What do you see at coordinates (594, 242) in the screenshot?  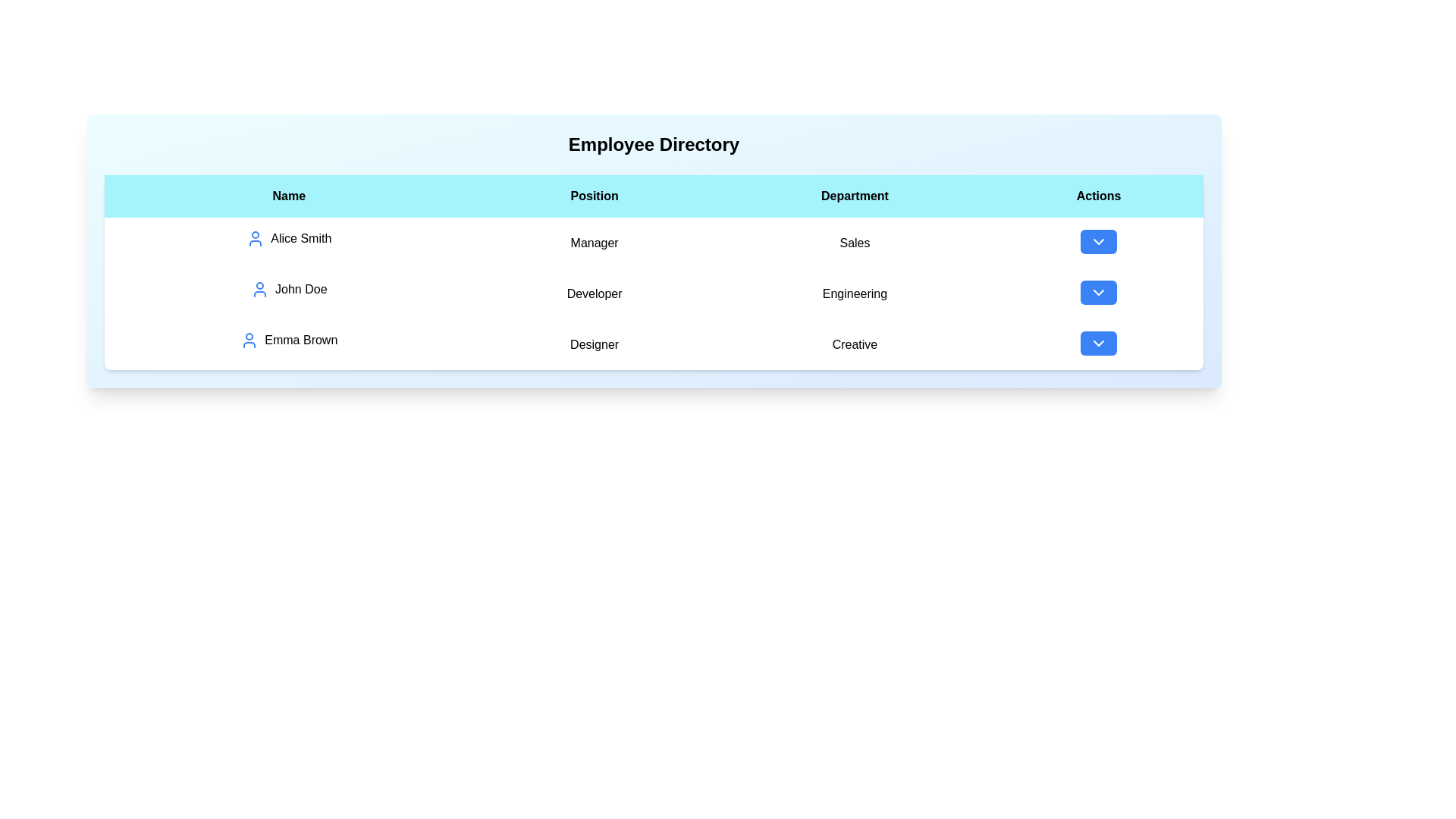 I see `the 'Position' text label in the first row of the table that indicates the job position of 'Alice Smith' and is aligned with 'Sales' from the 'Department' column` at bounding box center [594, 242].